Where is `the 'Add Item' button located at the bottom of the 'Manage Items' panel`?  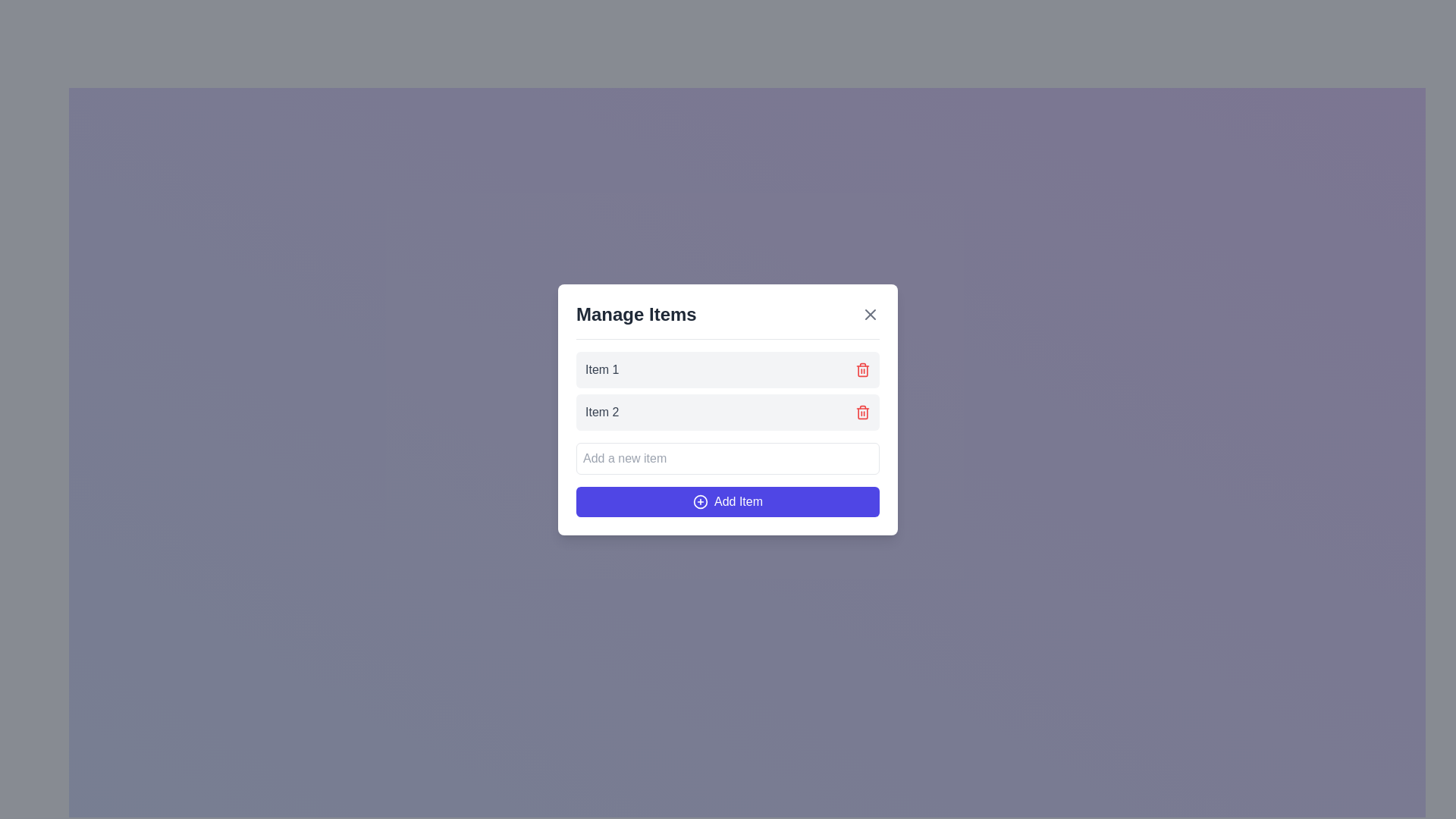 the 'Add Item' button located at the bottom of the 'Manage Items' panel is located at coordinates (728, 501).